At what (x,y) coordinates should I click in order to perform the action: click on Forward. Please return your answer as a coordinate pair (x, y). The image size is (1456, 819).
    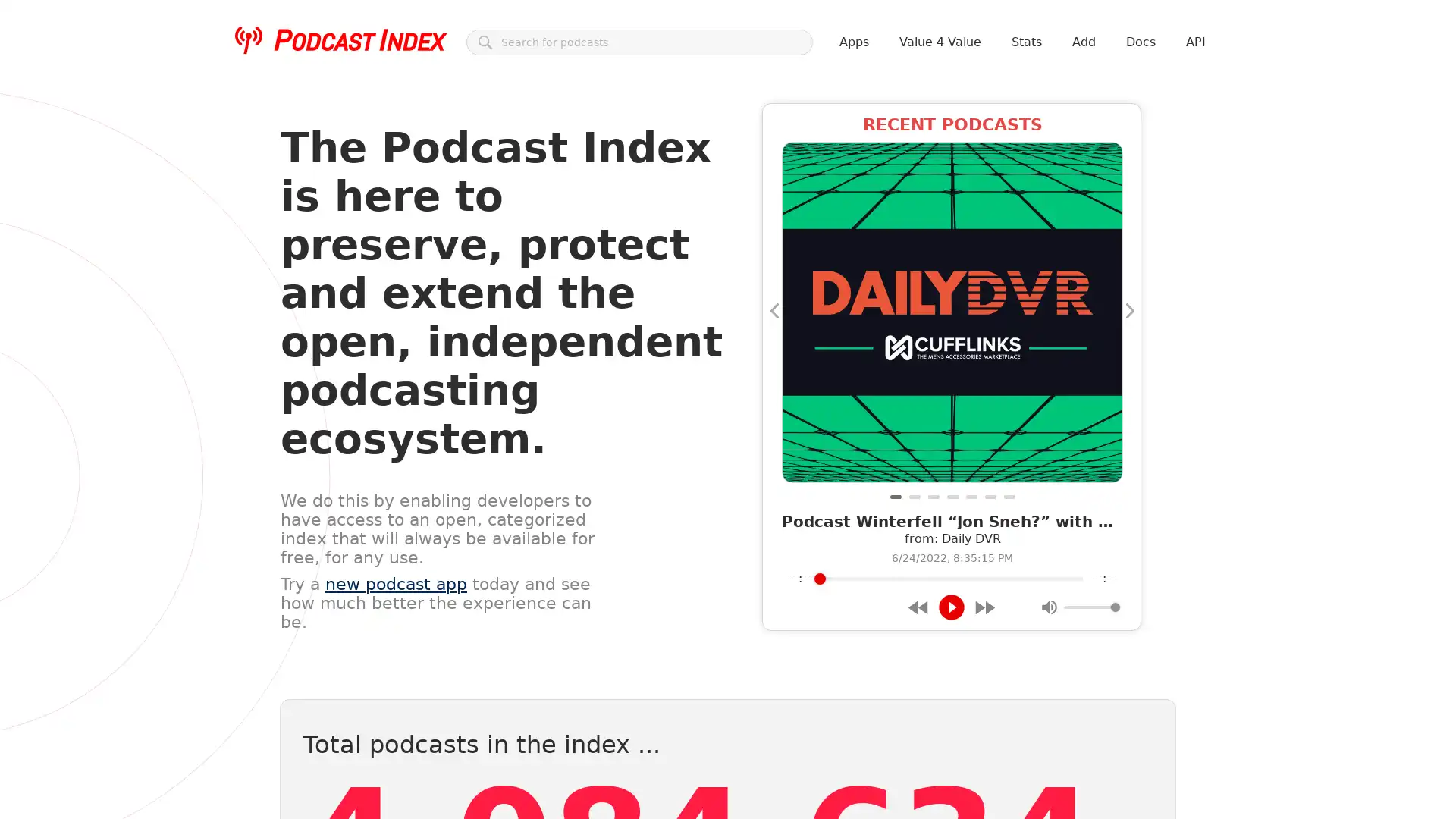
    Looking at the image, I should click on (984, 606).